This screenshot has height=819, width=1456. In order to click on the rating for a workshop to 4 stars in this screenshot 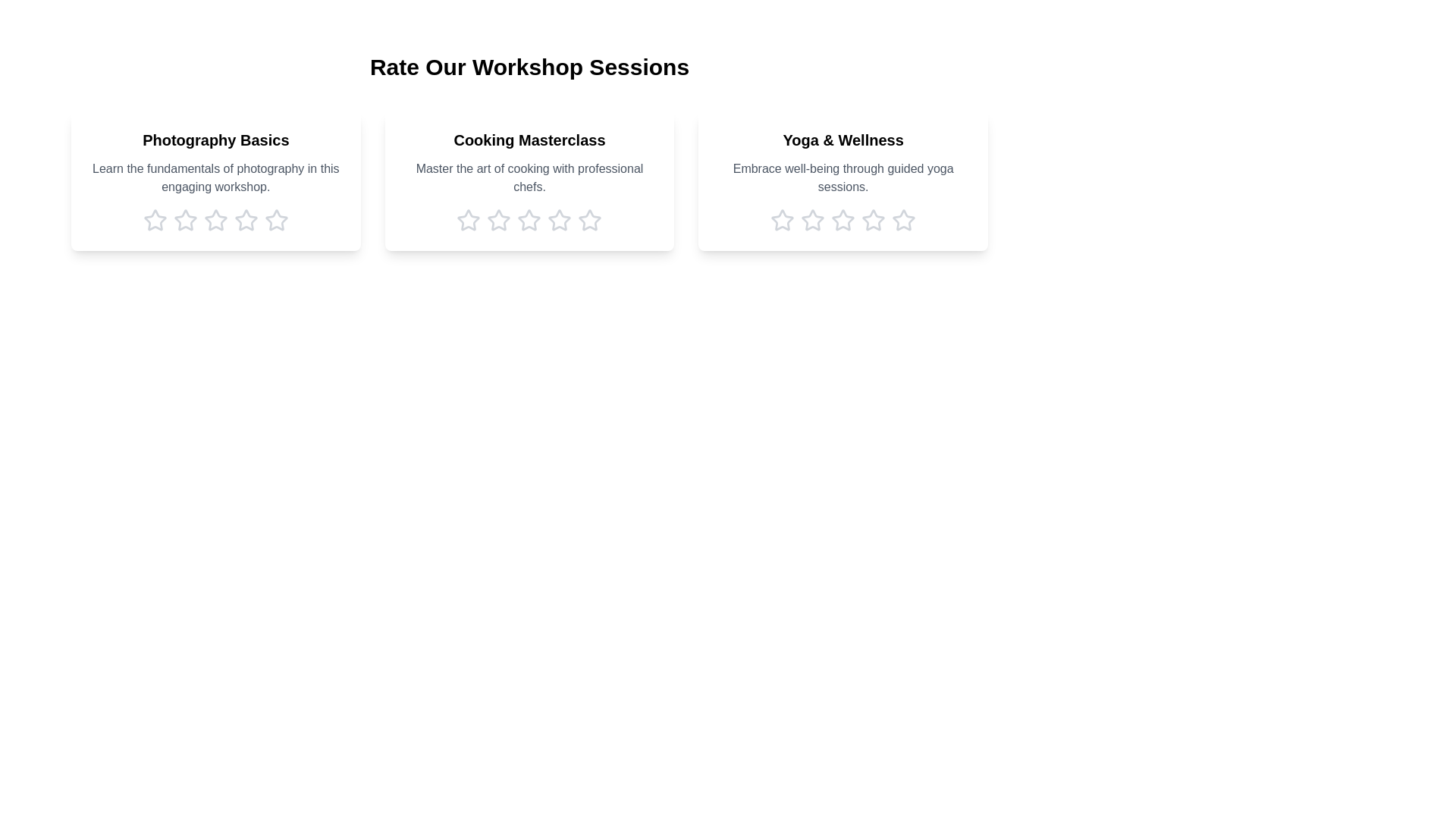, I will do `click(246, 220)`.